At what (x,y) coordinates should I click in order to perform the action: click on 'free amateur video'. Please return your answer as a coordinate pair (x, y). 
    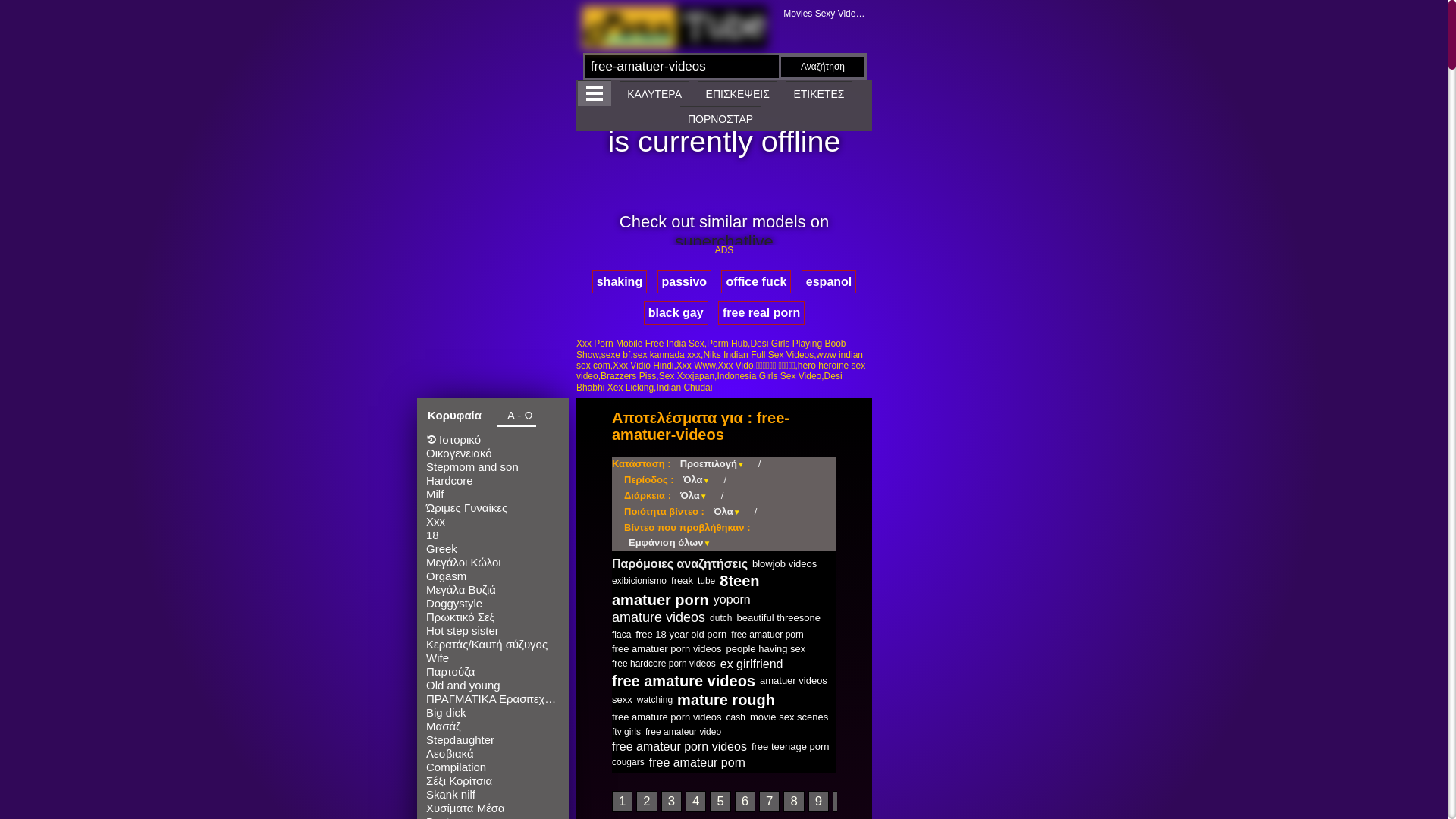
    Looking at the image, I should click on (682, 730).